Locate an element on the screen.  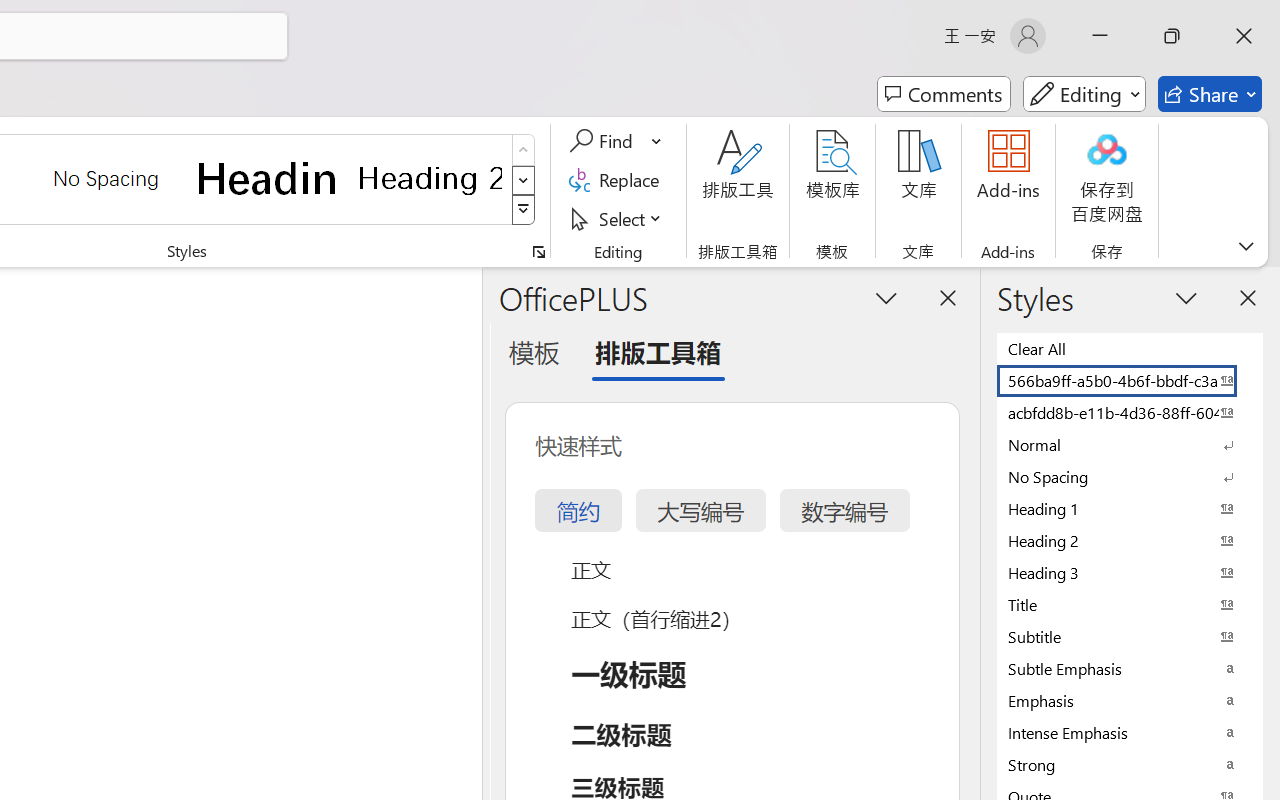
'Heading 3' is located at coordinates (1130, 571).